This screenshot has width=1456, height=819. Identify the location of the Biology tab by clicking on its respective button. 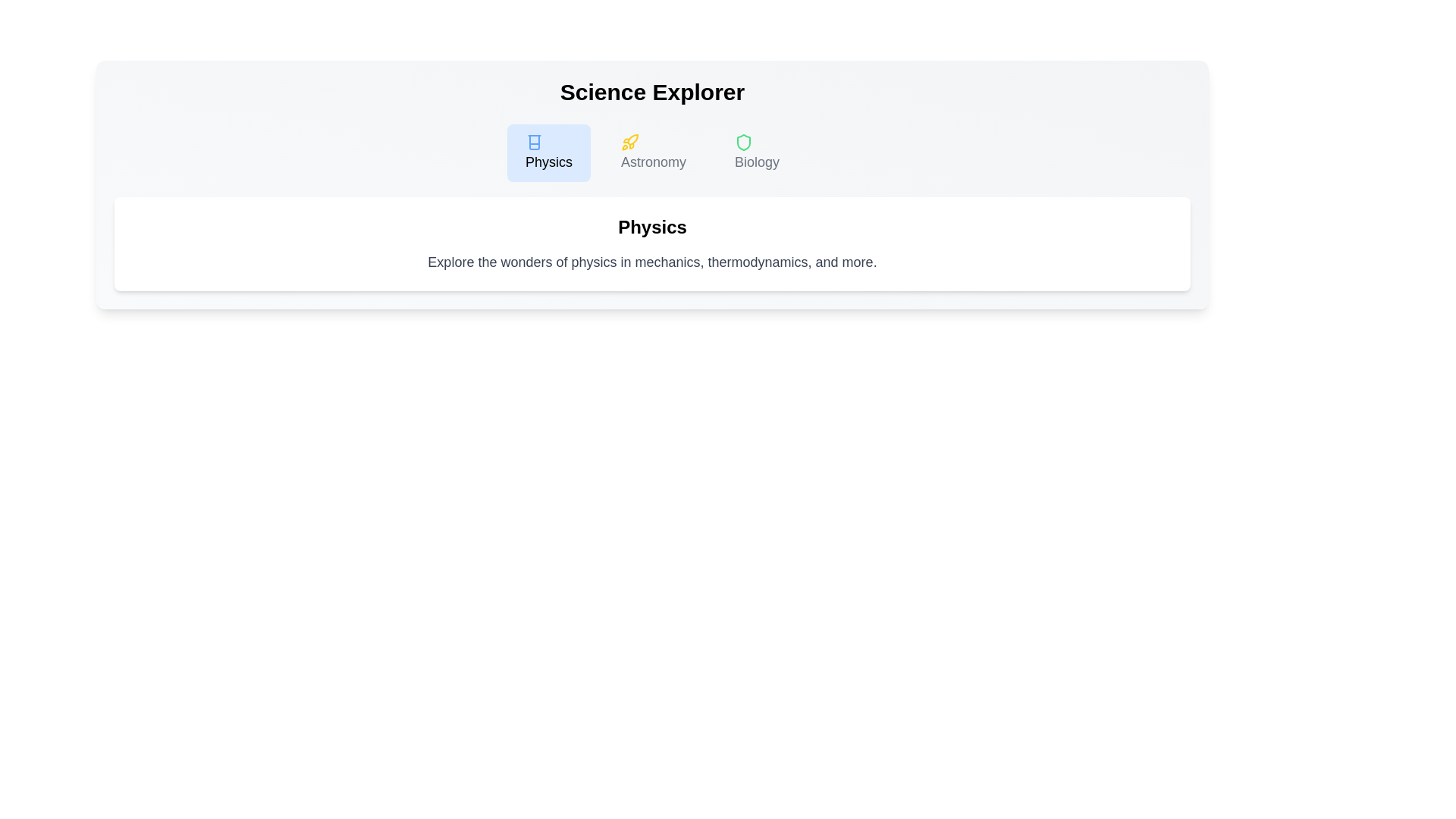
(757, 152).